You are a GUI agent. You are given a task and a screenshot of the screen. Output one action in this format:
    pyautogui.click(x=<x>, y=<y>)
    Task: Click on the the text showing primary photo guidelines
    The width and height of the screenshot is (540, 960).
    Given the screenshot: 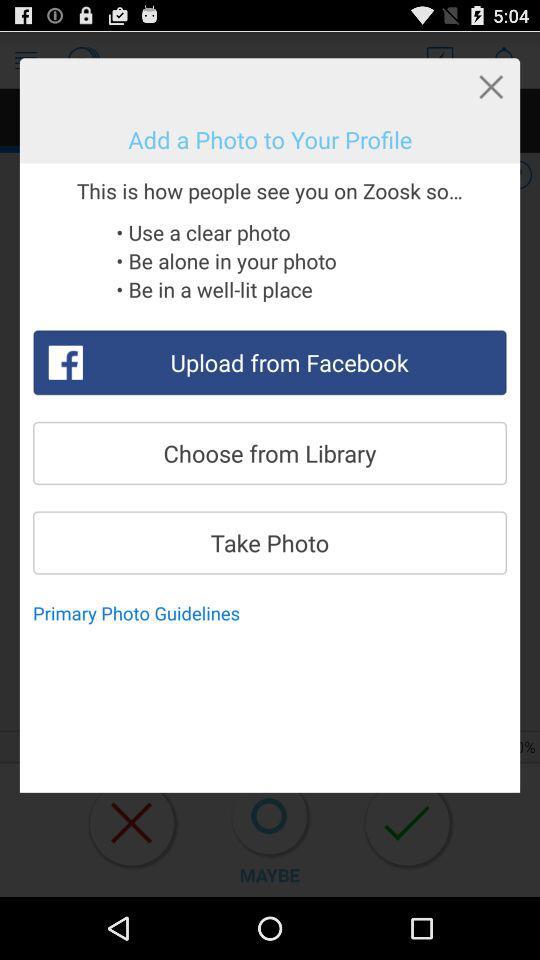 What is the action you would take?
    pyautogui.click(x=141, y=612)
    